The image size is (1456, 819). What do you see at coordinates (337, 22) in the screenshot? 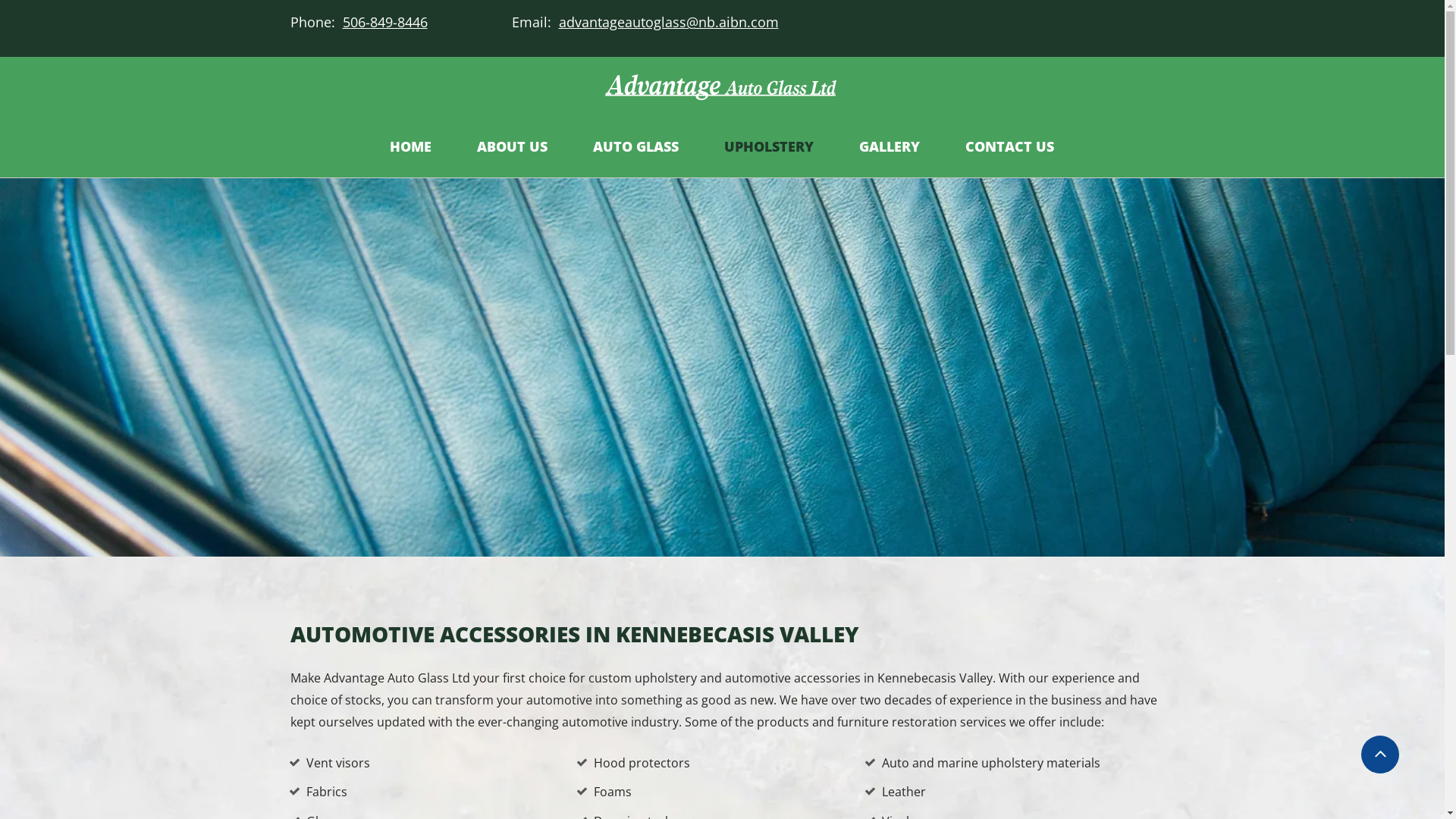
I see `'506-849-8446'` at bounding box center [337, 22].